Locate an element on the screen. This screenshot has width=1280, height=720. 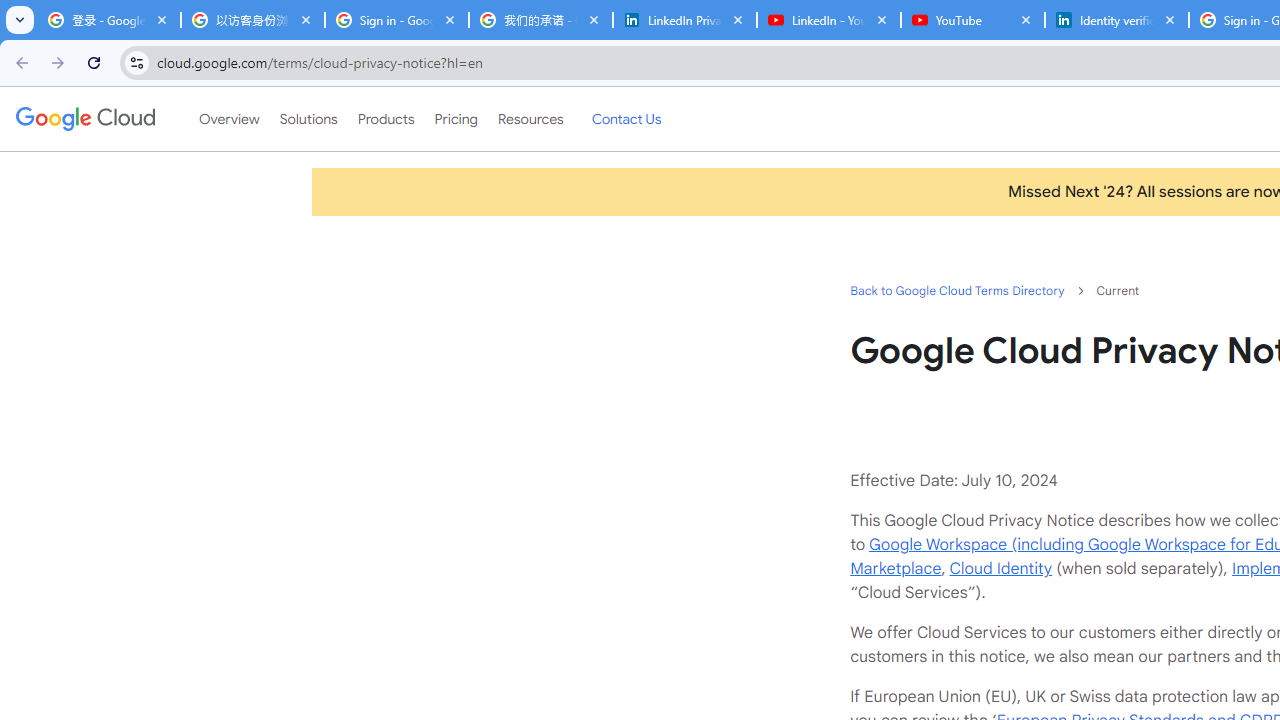
'LinkedIn - YouTube' is located at coordinates (828, 20).